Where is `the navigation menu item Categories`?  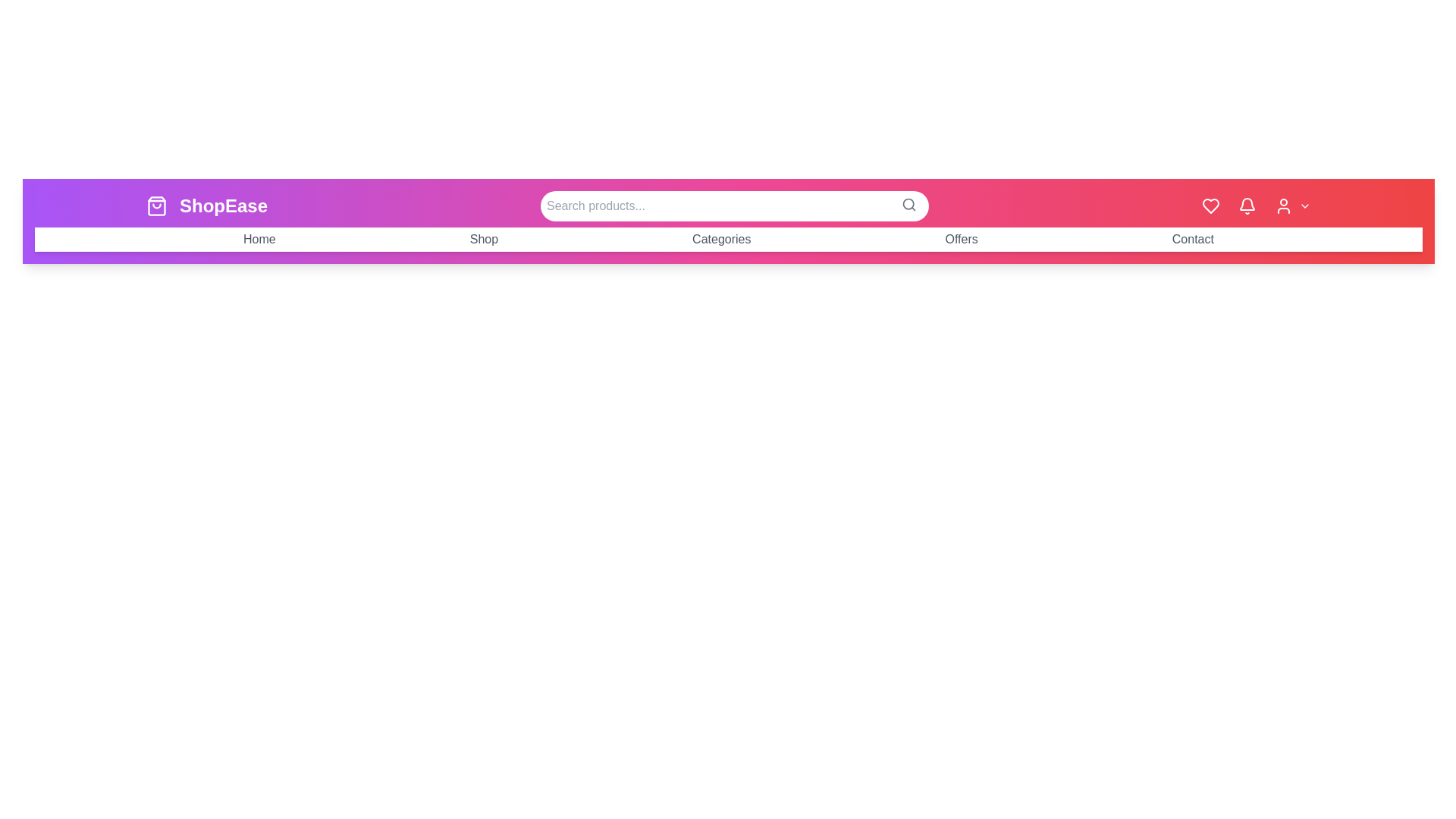
the navigation menu item Categories is located at coordinates (720, 239).